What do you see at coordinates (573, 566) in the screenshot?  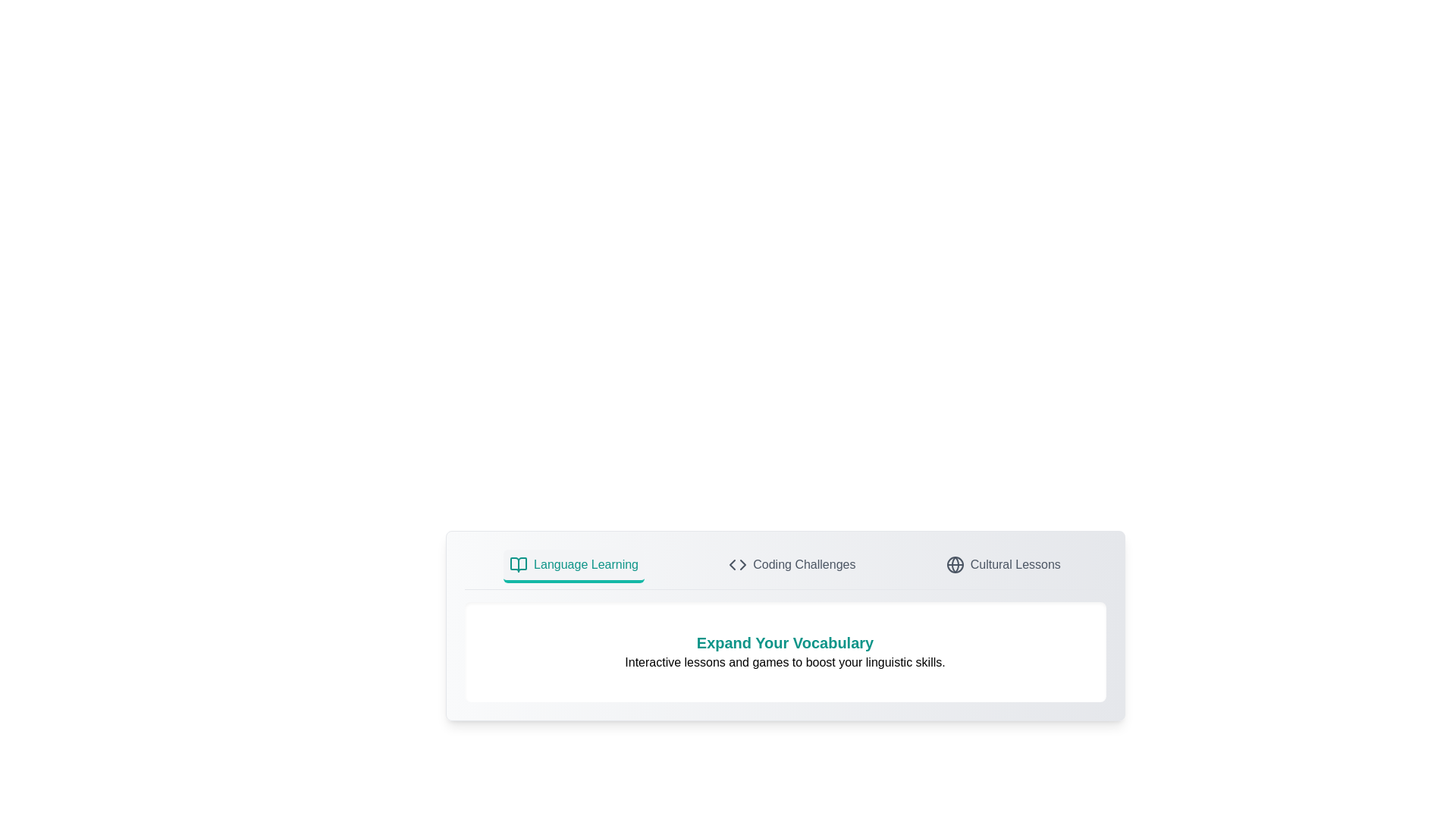 I see `the tab labeled Language Learning to switch views` at bounding box center [573, 566].